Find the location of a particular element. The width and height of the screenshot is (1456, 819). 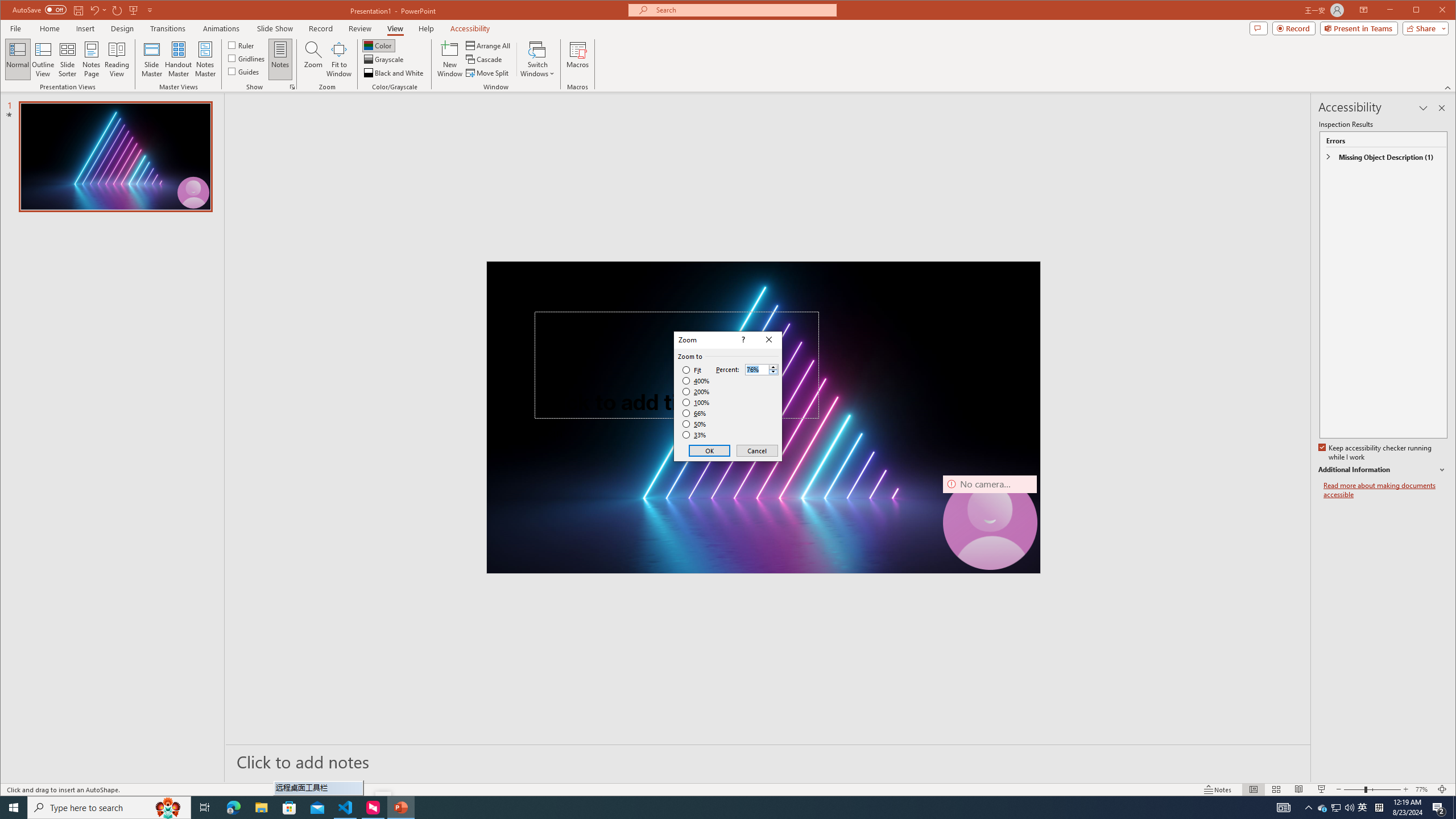

'New Window' is located at coordinates (450, 59).